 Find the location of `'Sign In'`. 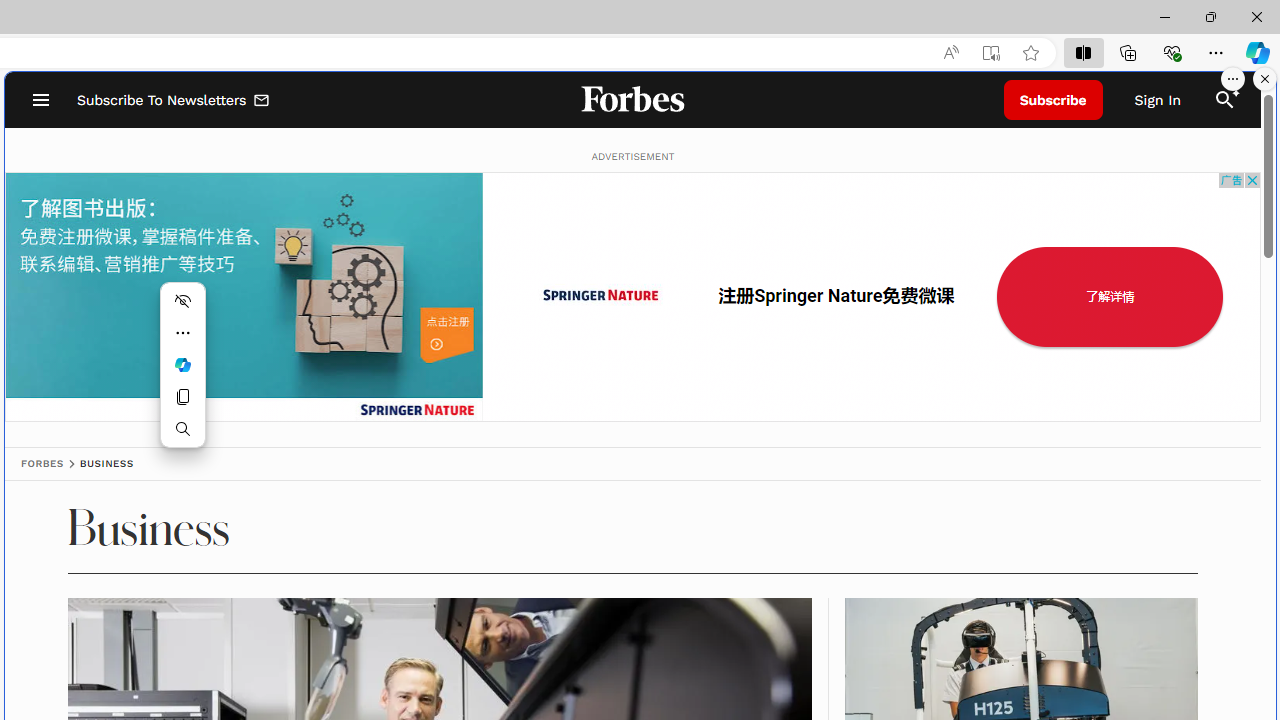

'Sign In' is located at coordinates (1157, 100).